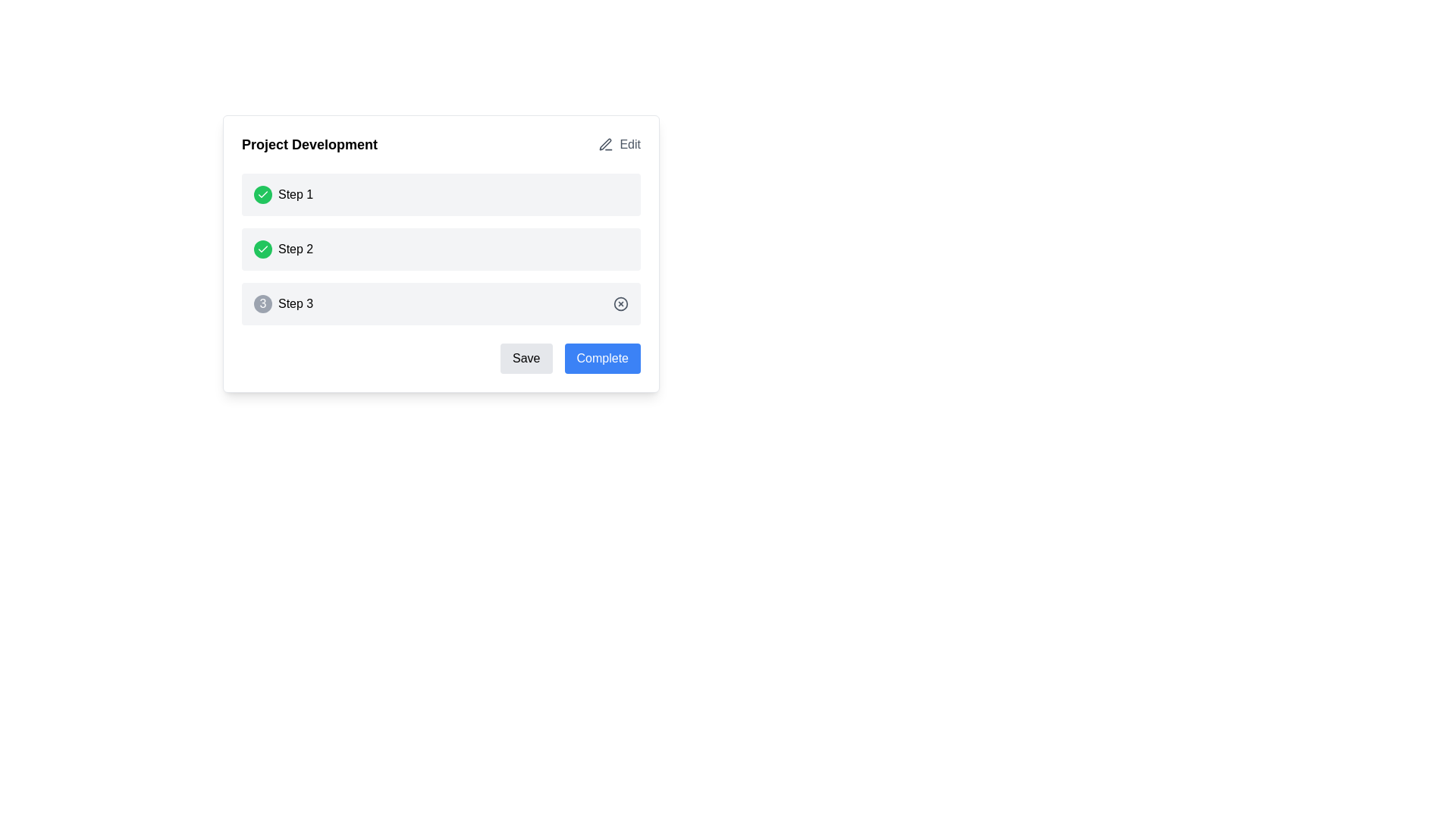  Describe the element at coordinates (296, 248) in the screenshot. I see `the text label for the second step in the progression workflow` at that location.